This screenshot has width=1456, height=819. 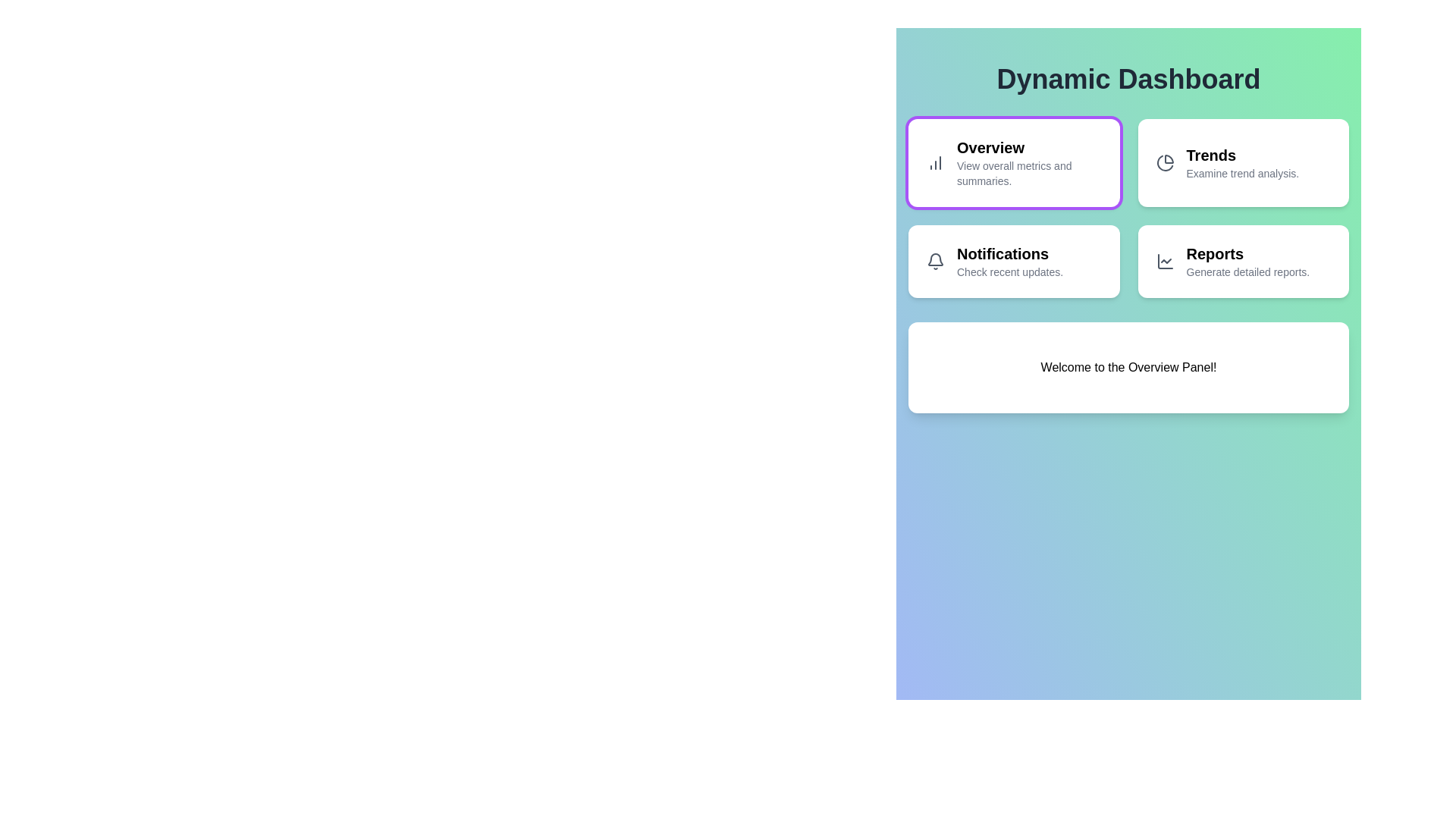 What do you see at coordinates (1243, 260) in the screenshot?
I see `the Reports panel by clicking its button` at bounding box center [1243, 260].